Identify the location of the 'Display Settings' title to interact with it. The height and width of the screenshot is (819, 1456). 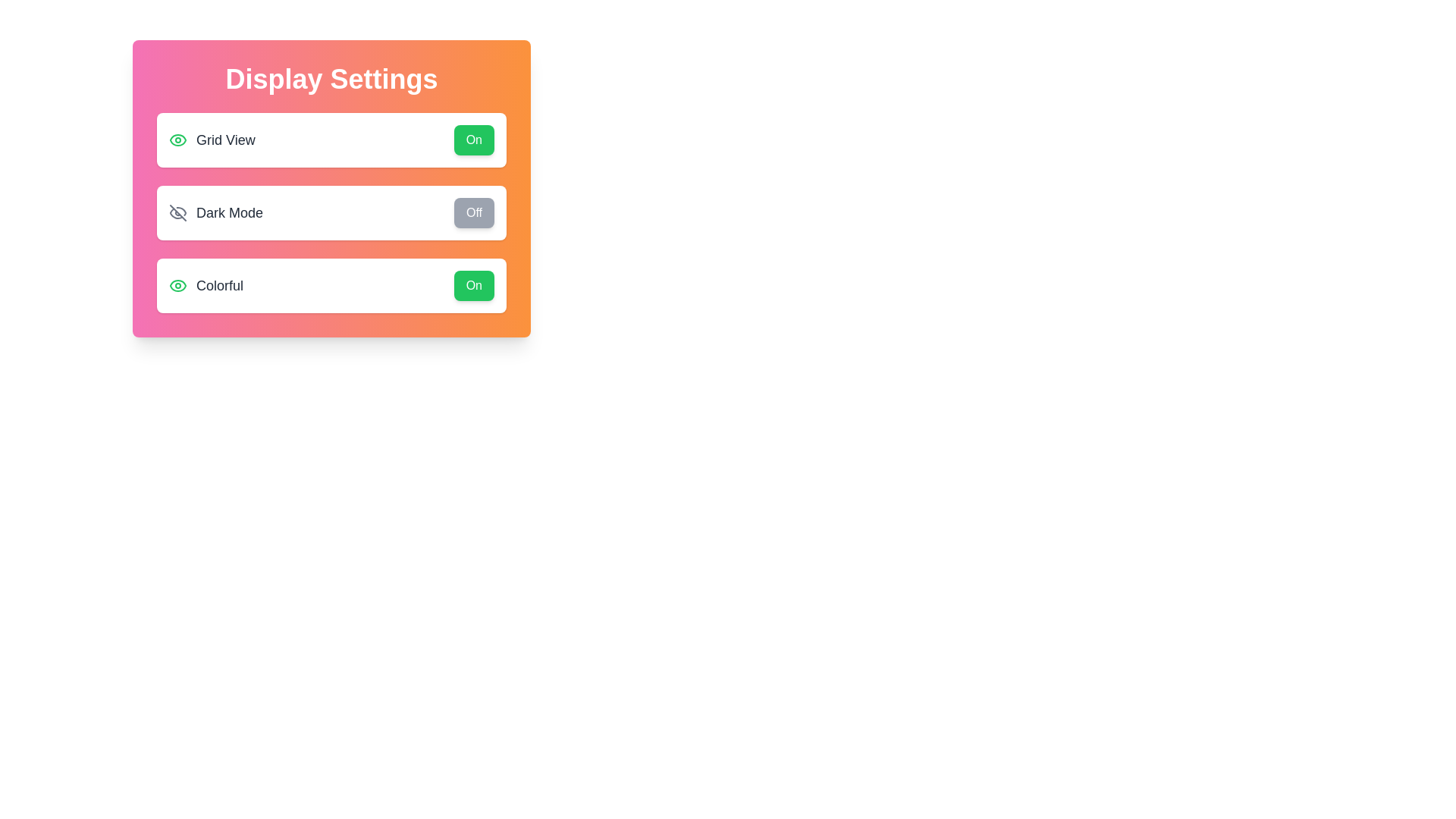
(331, 79).